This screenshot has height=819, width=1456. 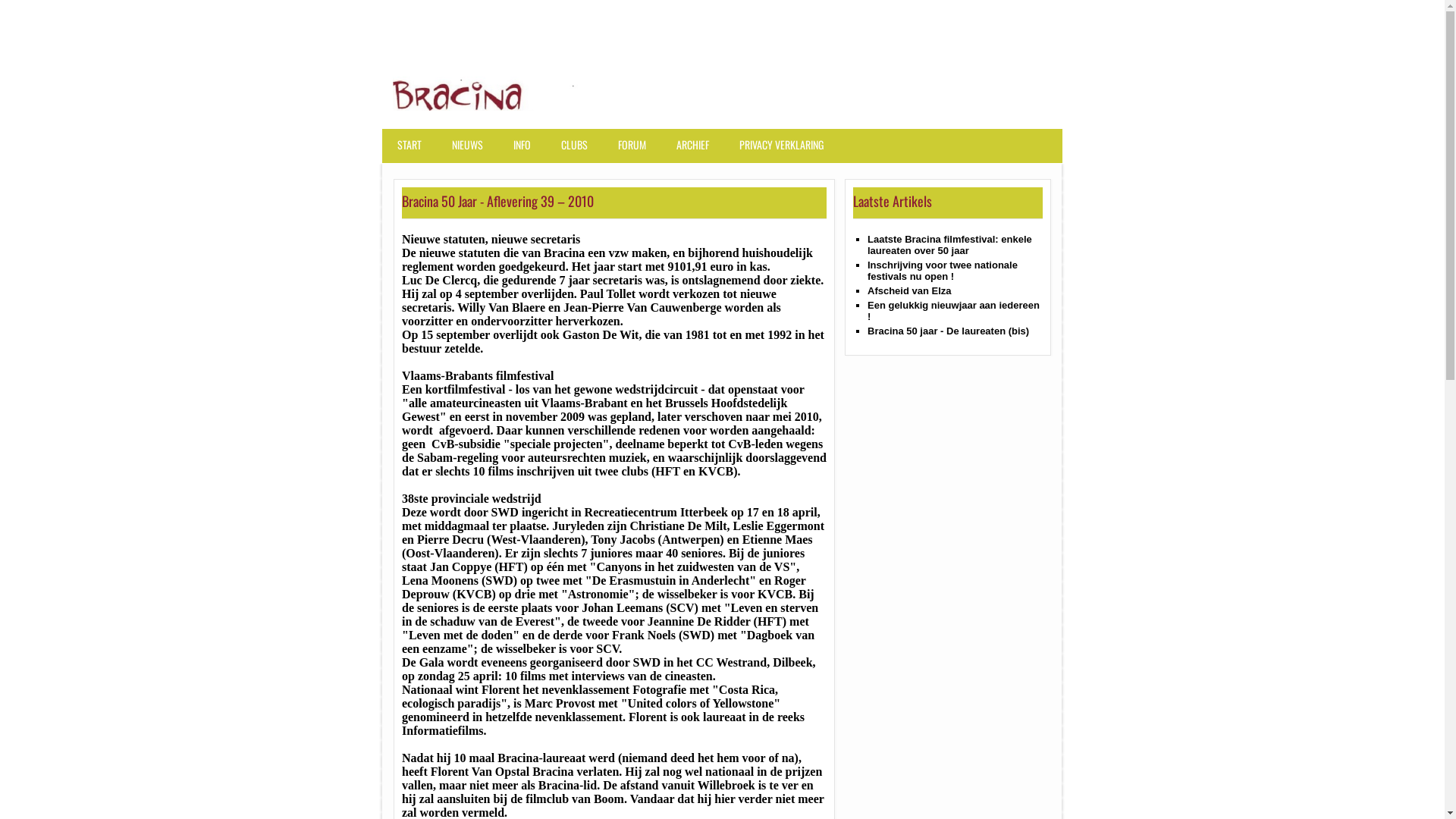 I want to click on 'INFO', so click(x=507, y=152).